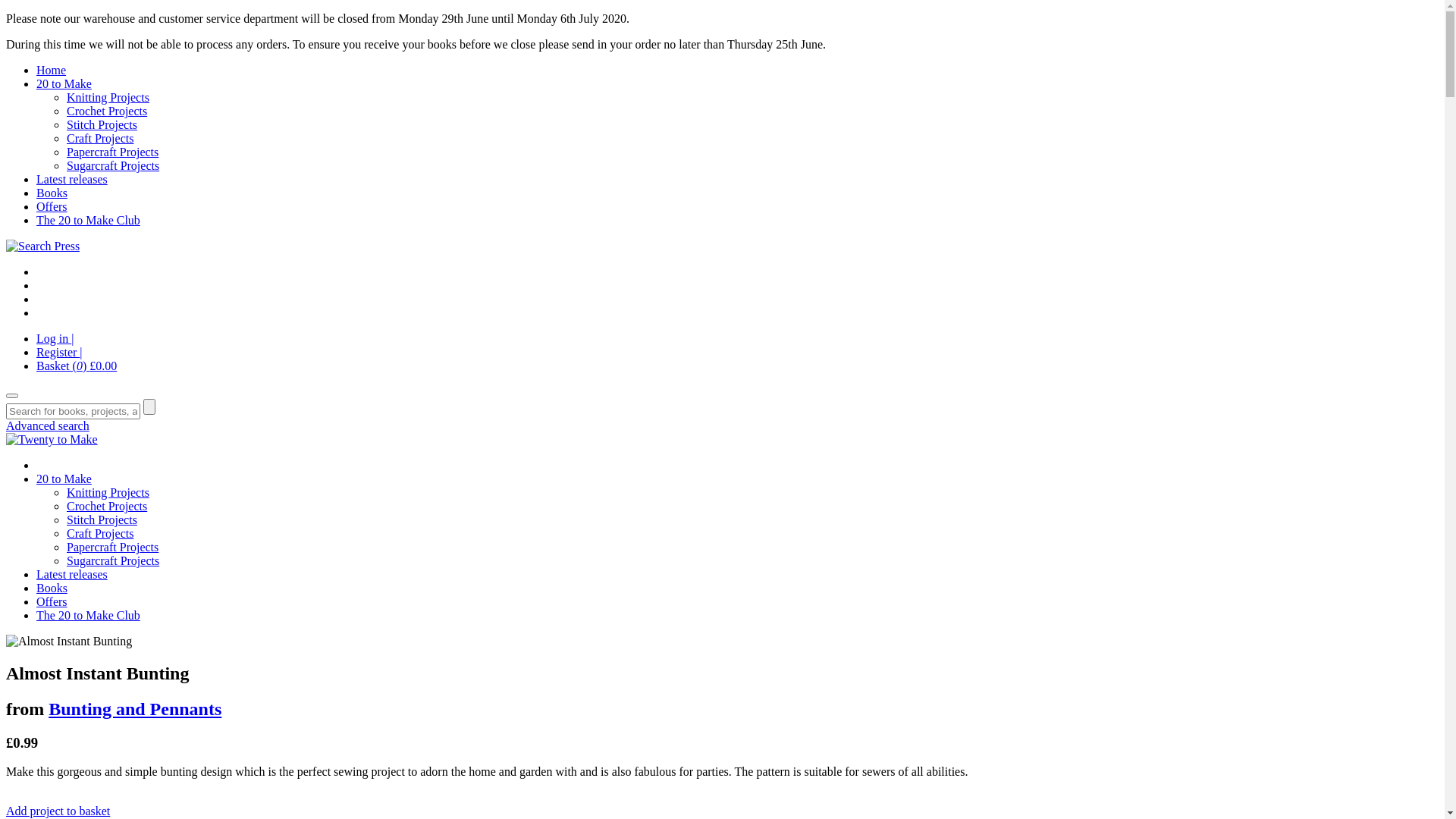 This screenshot has height=819, width=1456. Describe the element at coordinates (52, 601) in the screenshot. I see `'Offers'` at that location.